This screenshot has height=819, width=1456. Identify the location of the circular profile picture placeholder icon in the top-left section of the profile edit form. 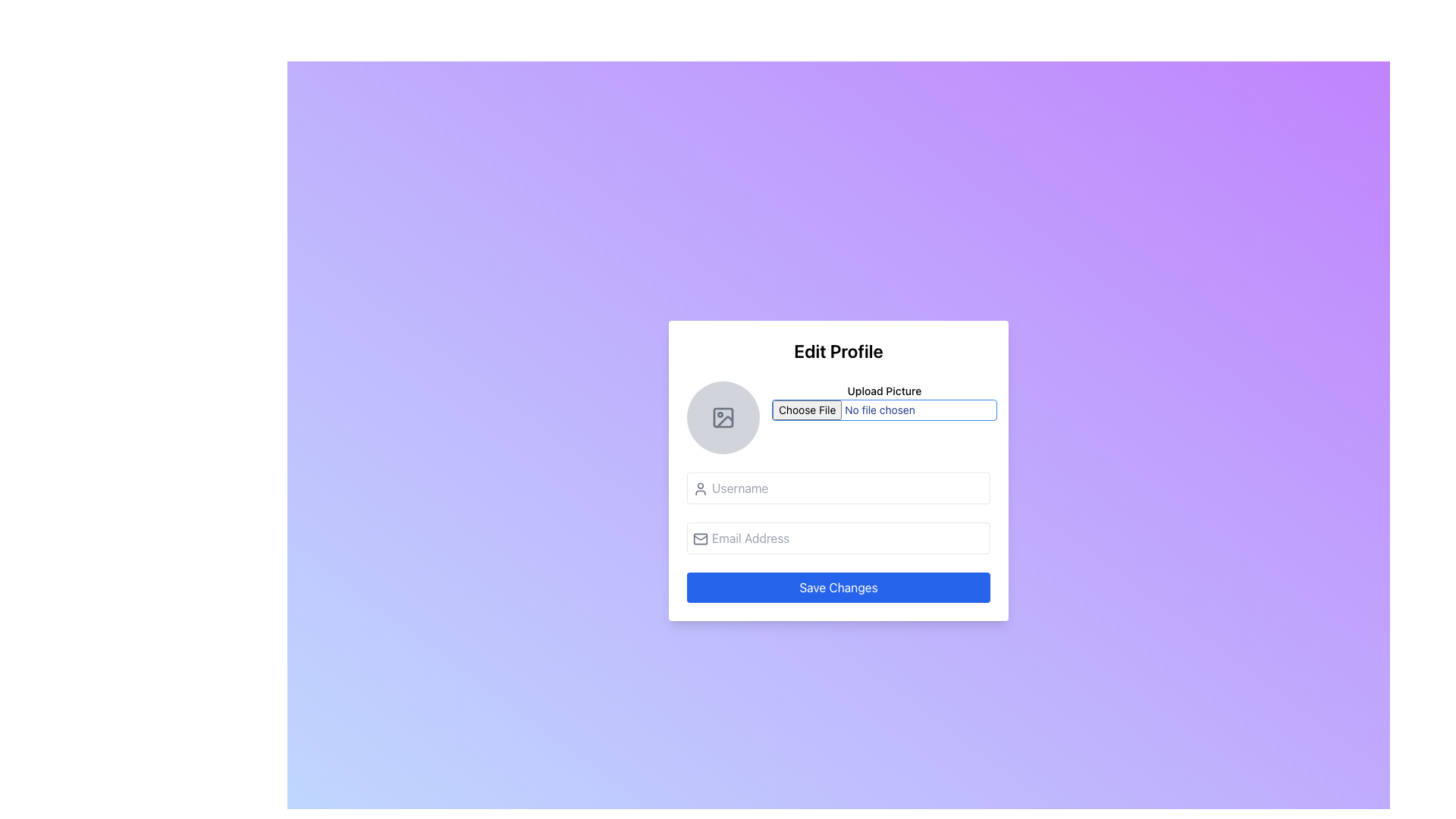
(723, 418).